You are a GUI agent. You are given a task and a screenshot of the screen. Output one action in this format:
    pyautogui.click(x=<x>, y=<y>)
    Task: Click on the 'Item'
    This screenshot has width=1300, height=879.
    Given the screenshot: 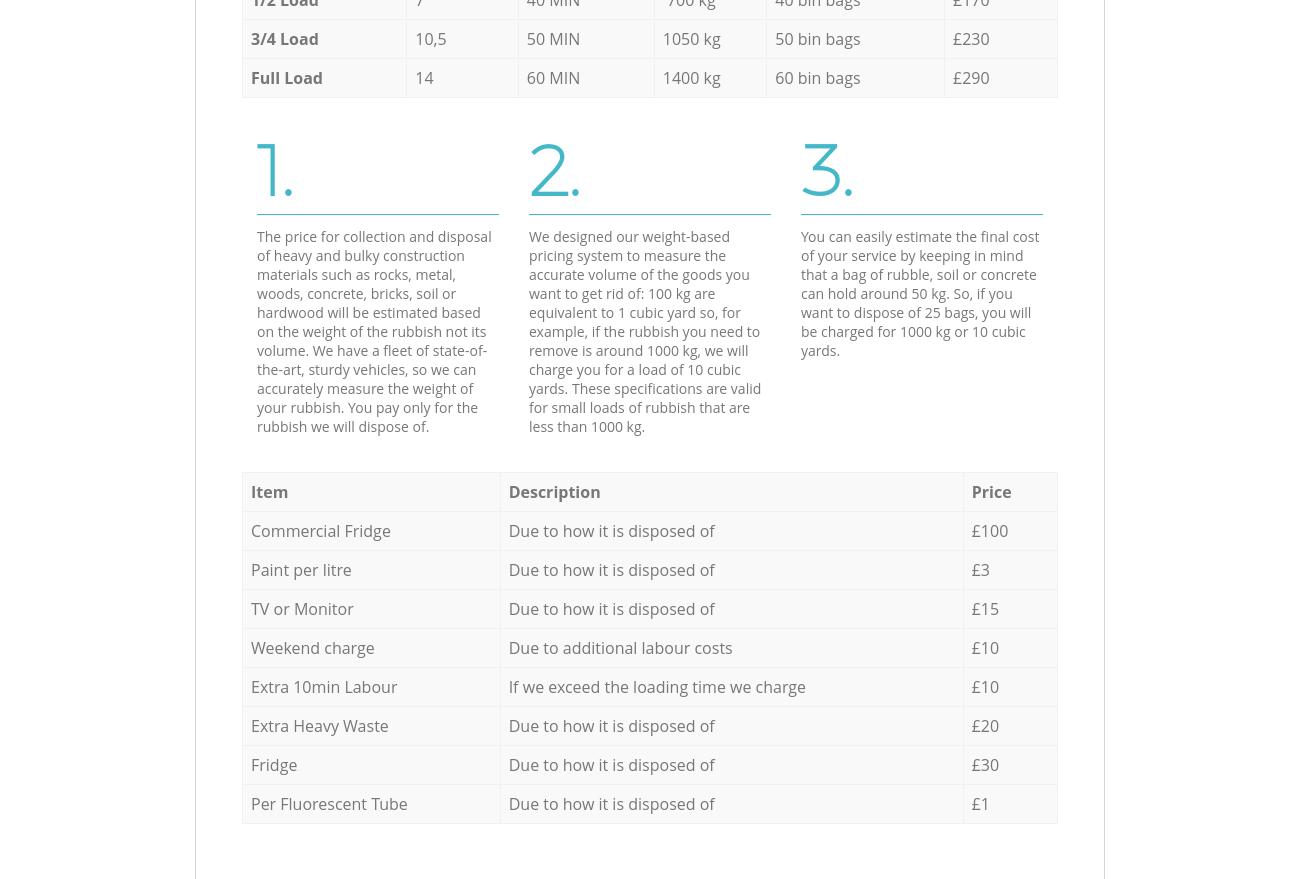 What is the action you would take?
    pyautogui.click(x=268, y=490)
    